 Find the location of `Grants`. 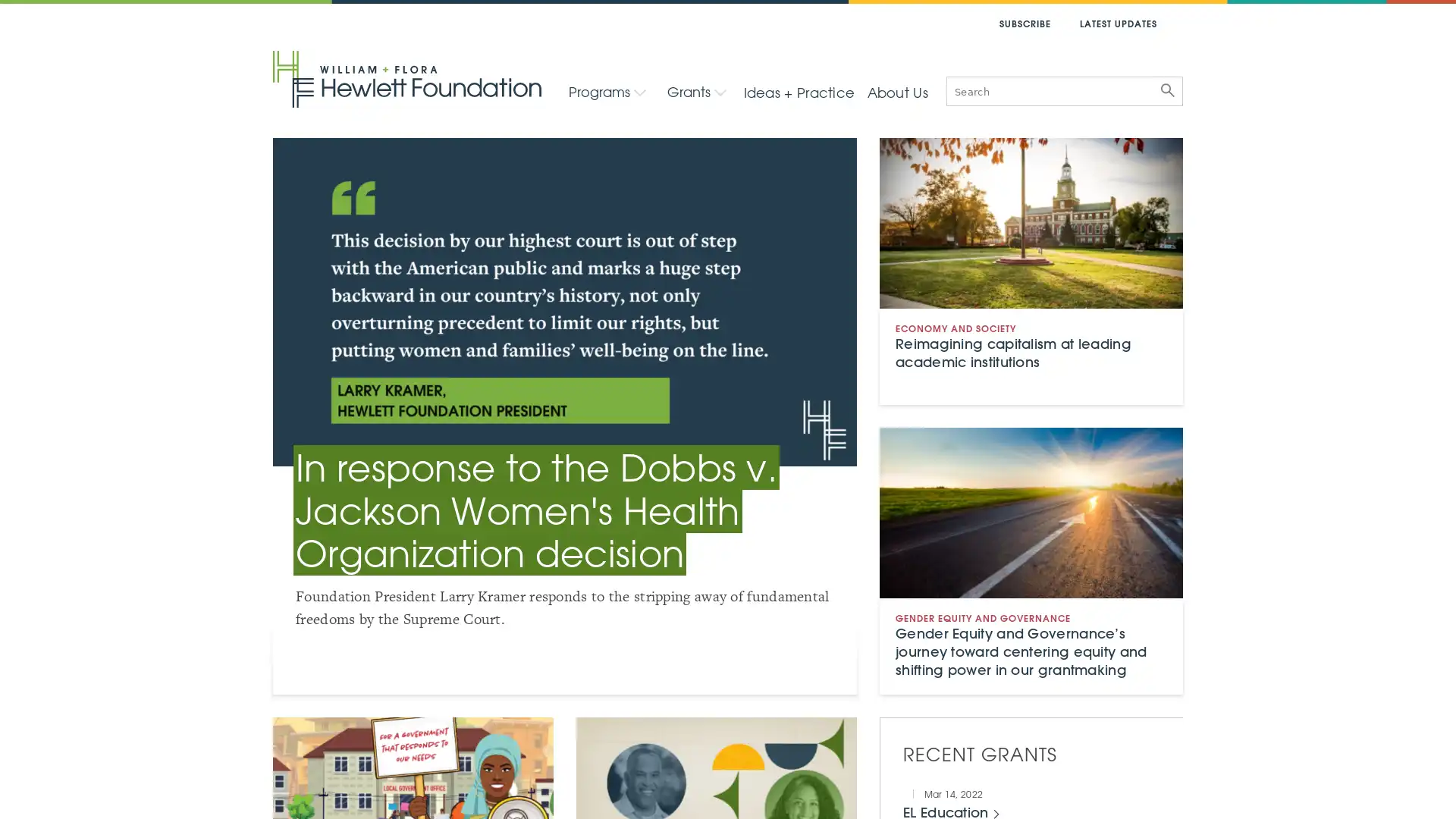

Grants is located at coordinates (695, 91).